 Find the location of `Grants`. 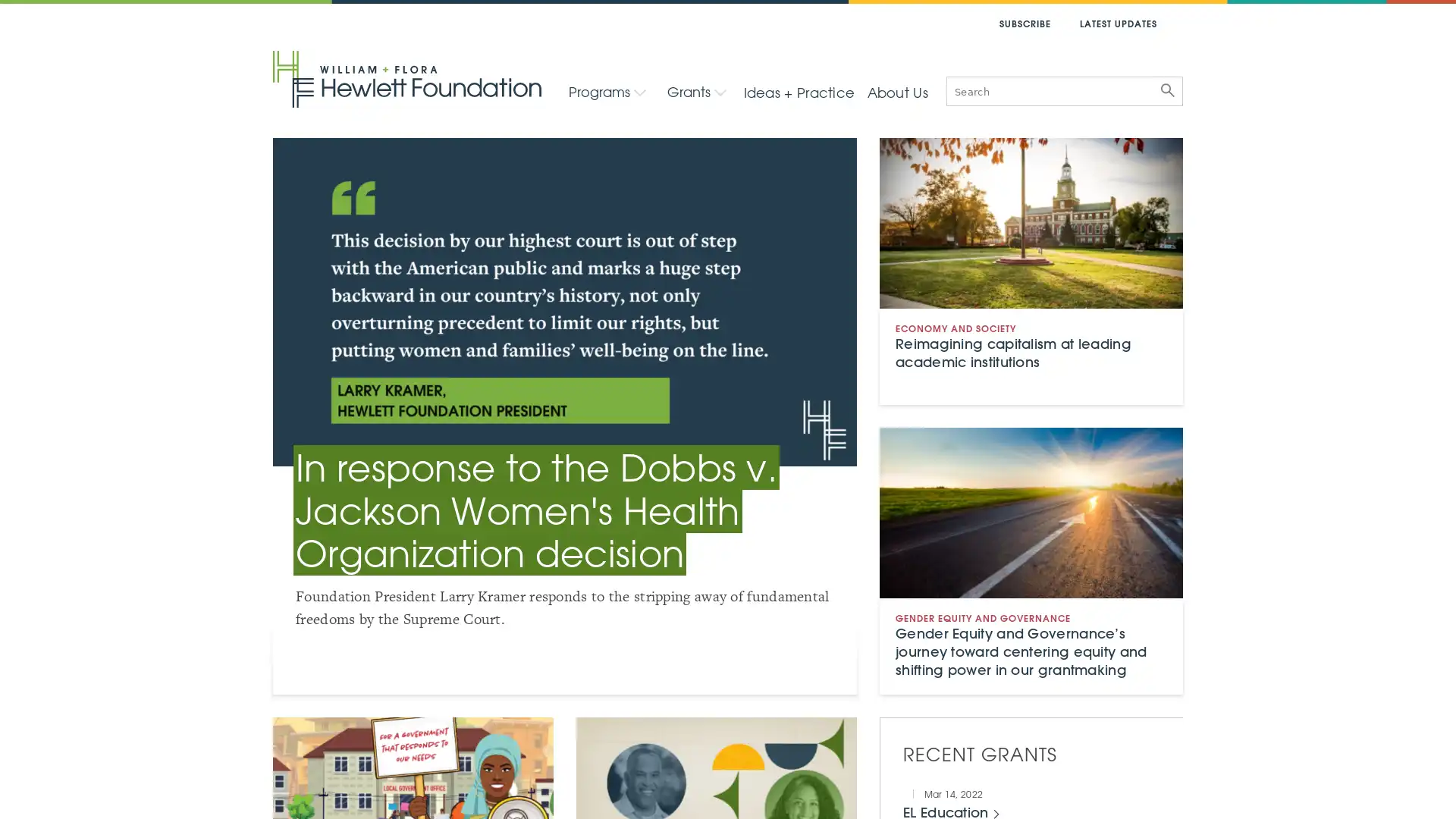

Grants is located at coordinates (695, 91).